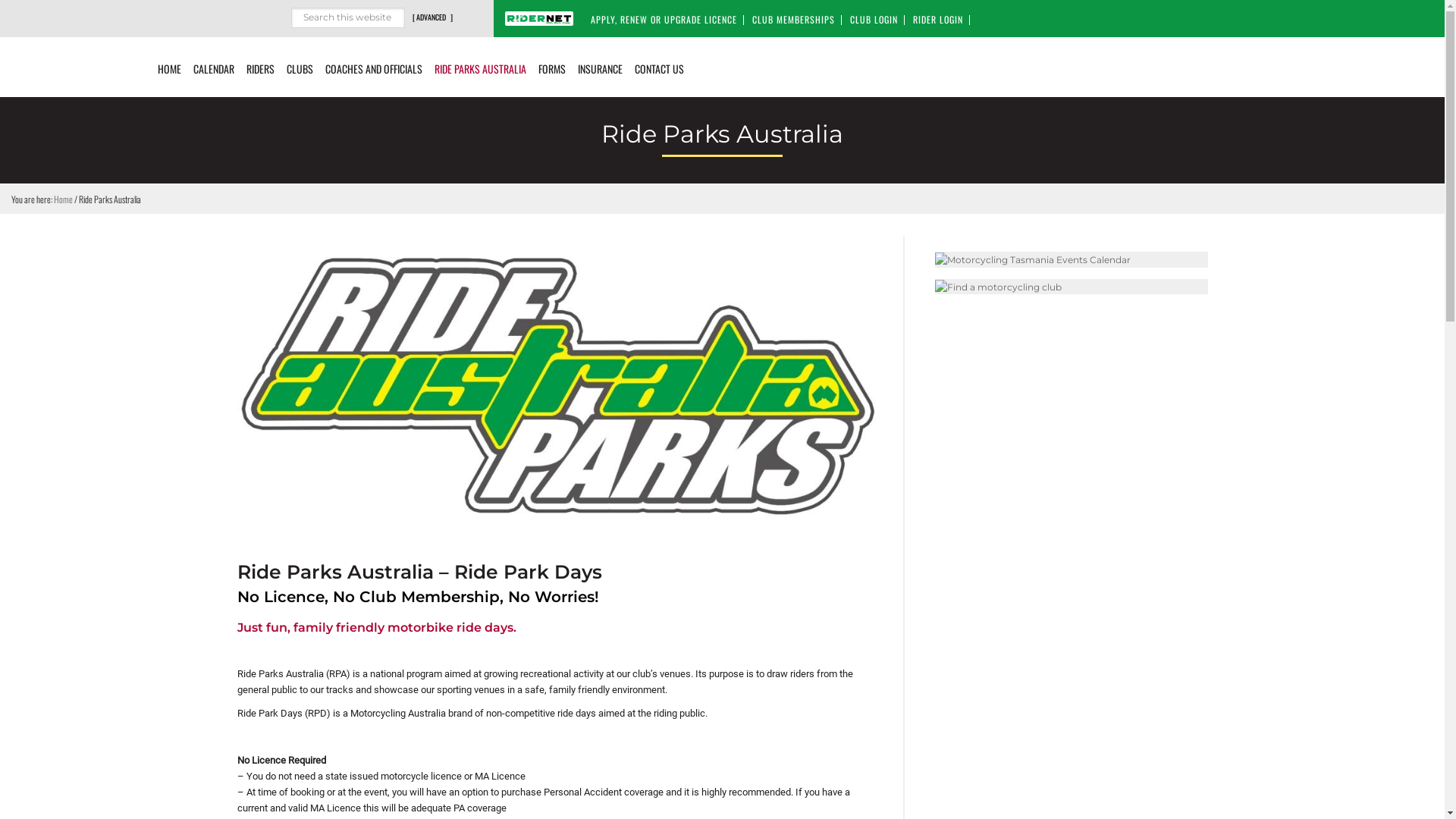  I want to click on 'RIDE PARKS AUSTRALIA', so click(479, 66).